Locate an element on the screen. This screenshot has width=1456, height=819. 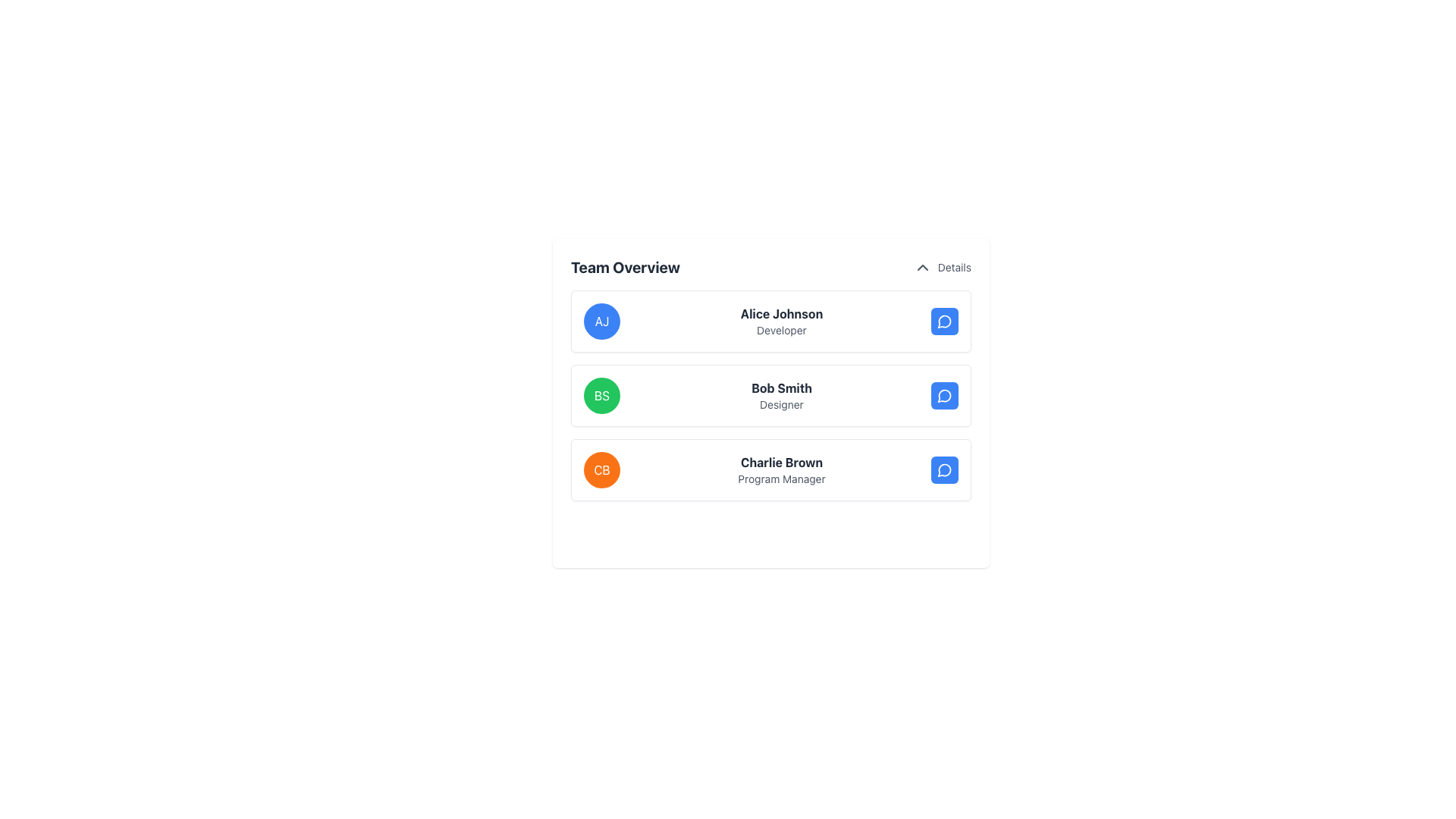
the small, circular, gray chat bubble-like icon located within the rightmost blue circular component in the 'Team Overview' section under 'Alice Johnson' is located at coordinates (943, 321).